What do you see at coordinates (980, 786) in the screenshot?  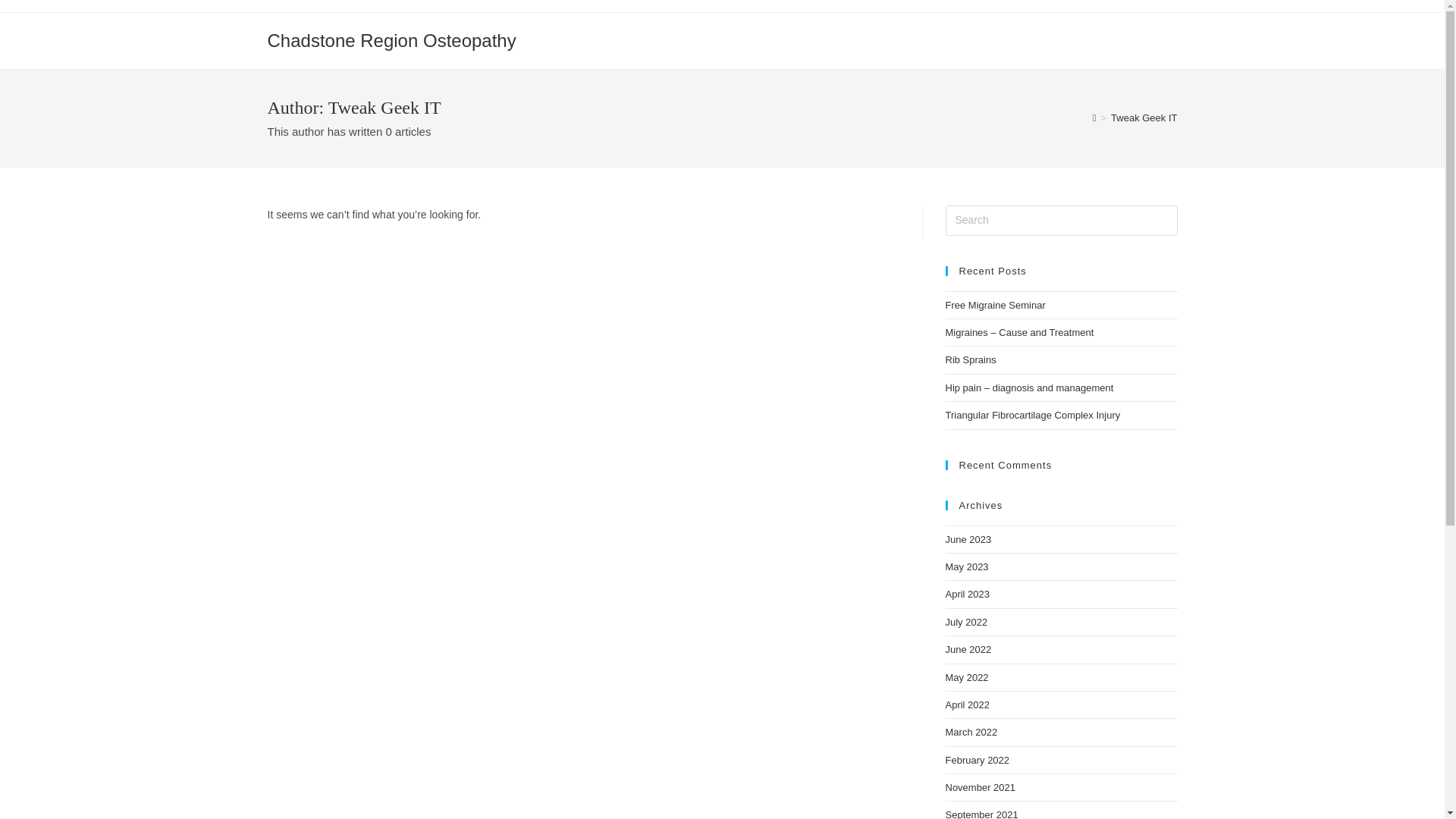 I see `'November 2021'` at bounding box center [980, 786].